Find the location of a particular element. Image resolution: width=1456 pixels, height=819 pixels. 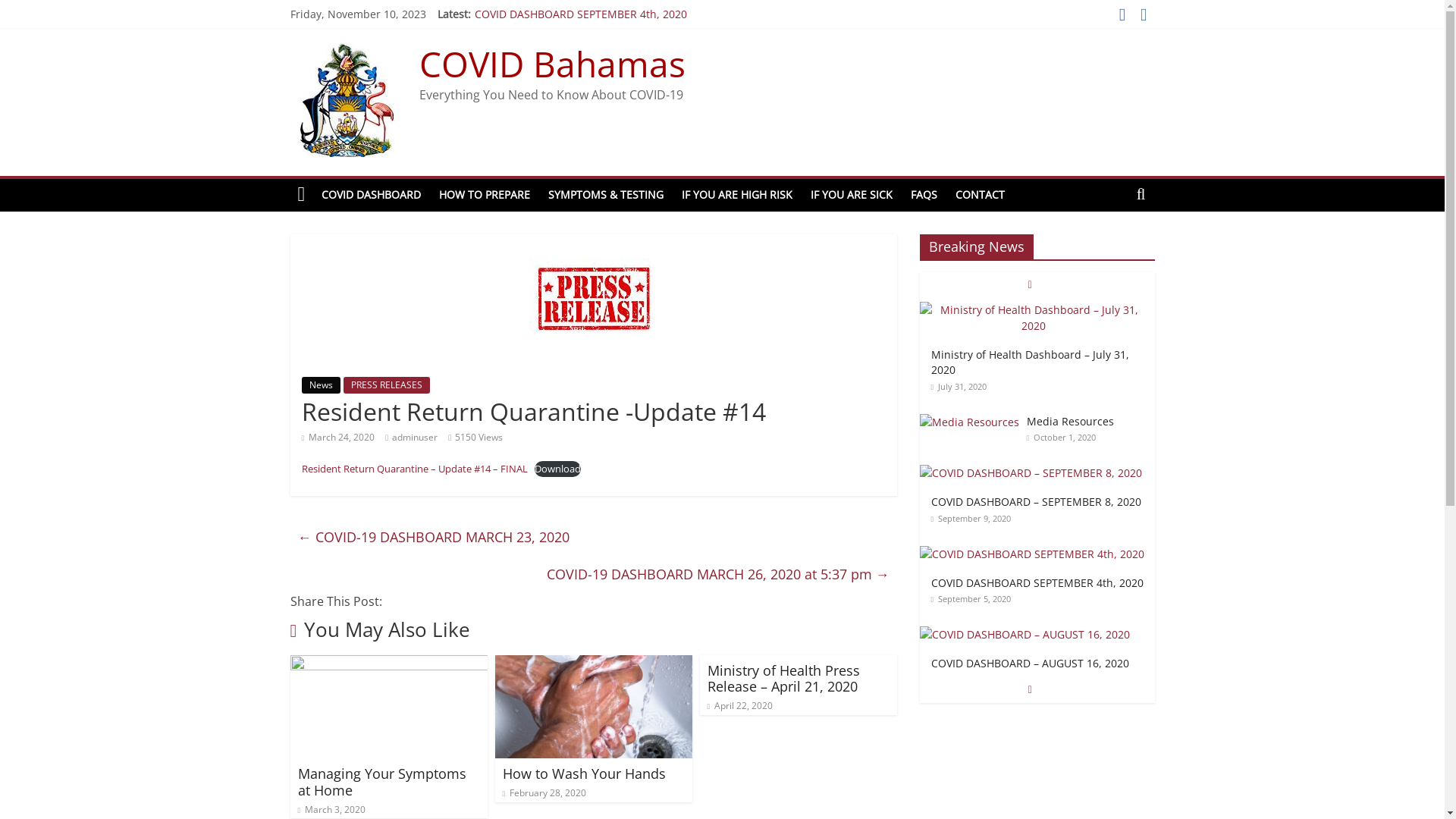

'HOW TO PREPARE' is located at coordinates (483, 194).